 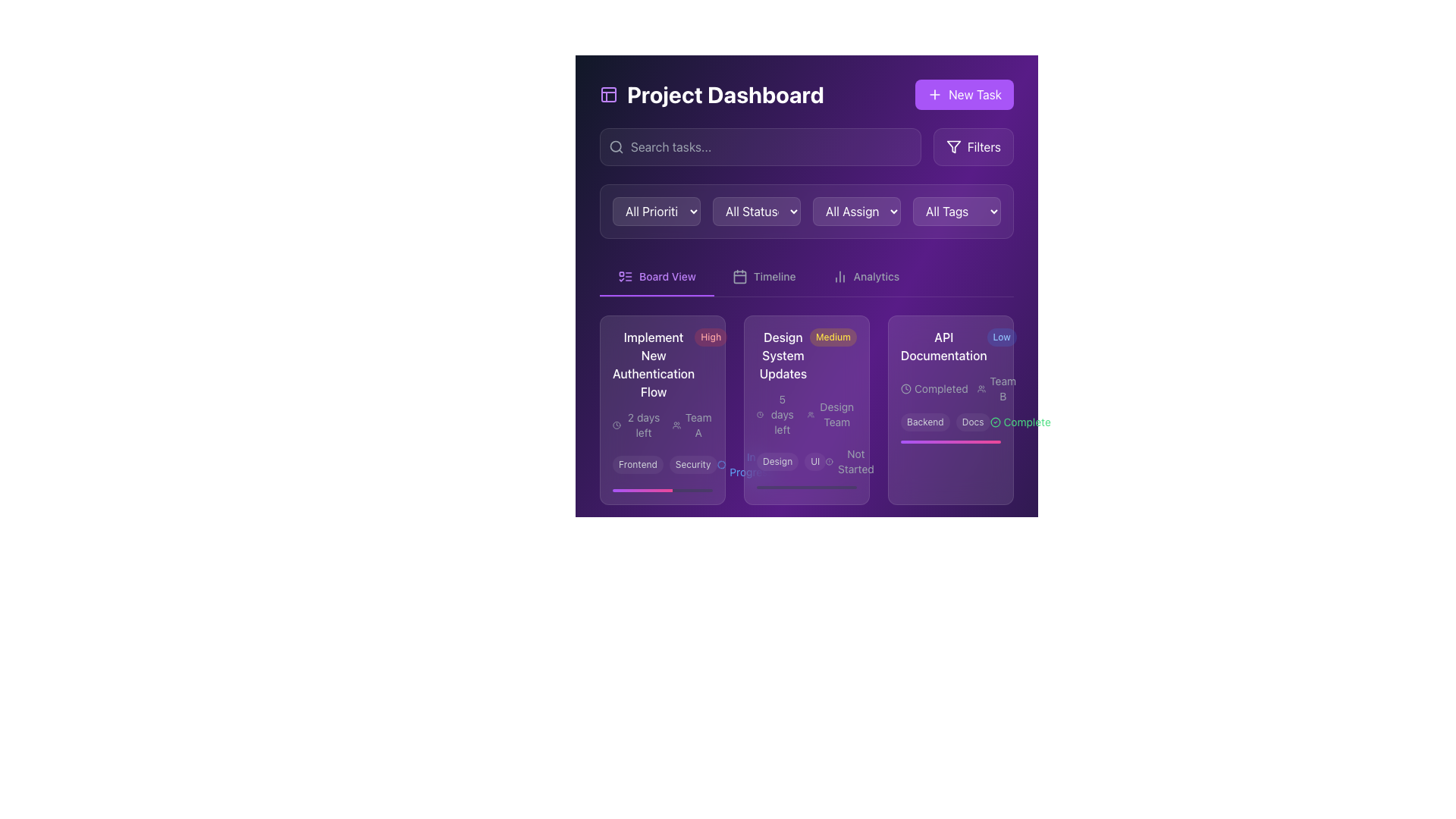 I want to click on text of the second badge located next to the 'Design' badge within the 'Design System Updates' card, so click(x=814, y=461).